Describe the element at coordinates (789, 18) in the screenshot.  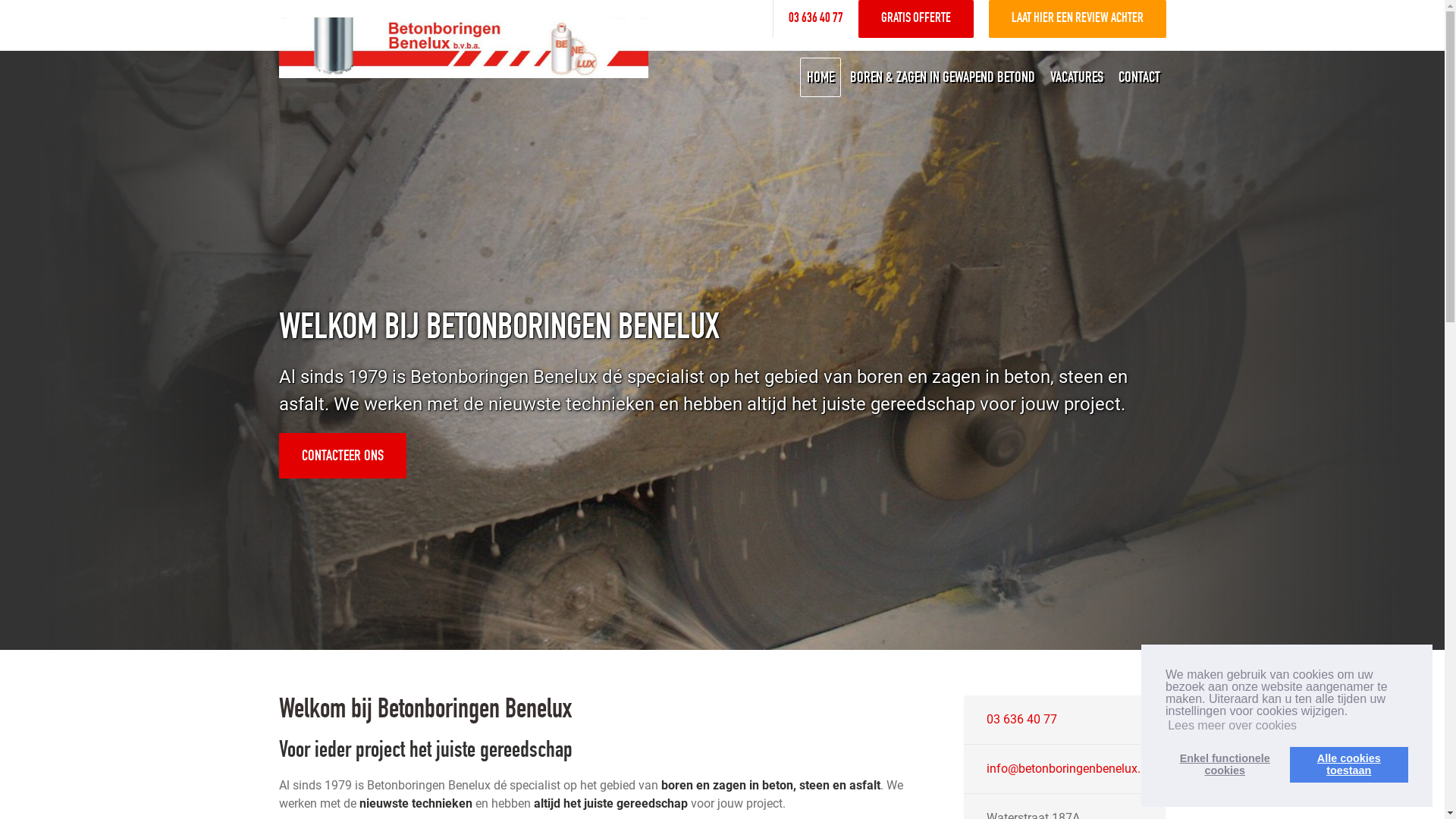
I see `'03 636 40 77'` at that location.